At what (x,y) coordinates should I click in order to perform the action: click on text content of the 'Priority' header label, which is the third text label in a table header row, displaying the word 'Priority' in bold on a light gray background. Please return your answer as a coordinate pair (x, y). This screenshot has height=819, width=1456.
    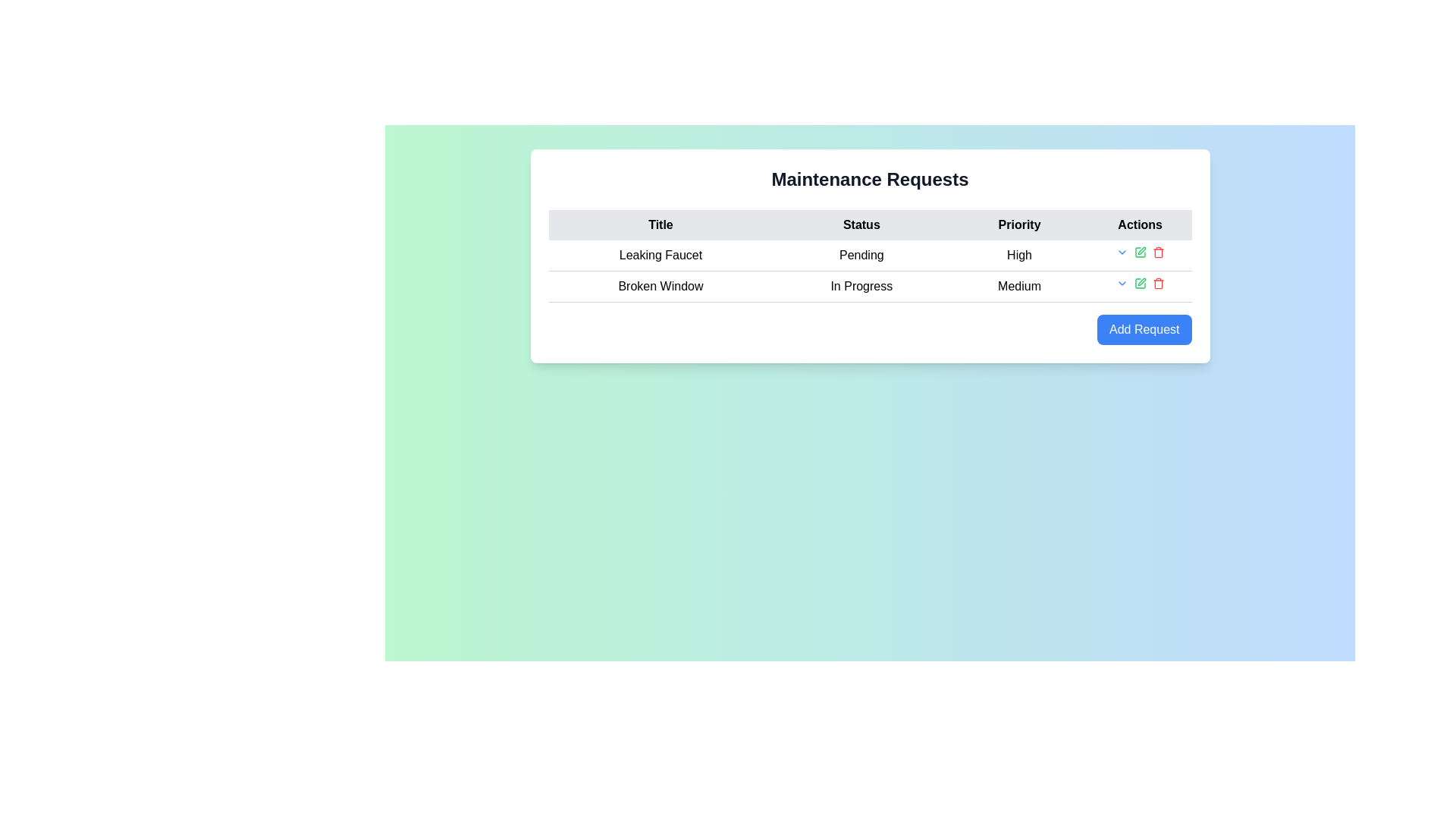
    Looking at the image, I should click on (1019, 225).